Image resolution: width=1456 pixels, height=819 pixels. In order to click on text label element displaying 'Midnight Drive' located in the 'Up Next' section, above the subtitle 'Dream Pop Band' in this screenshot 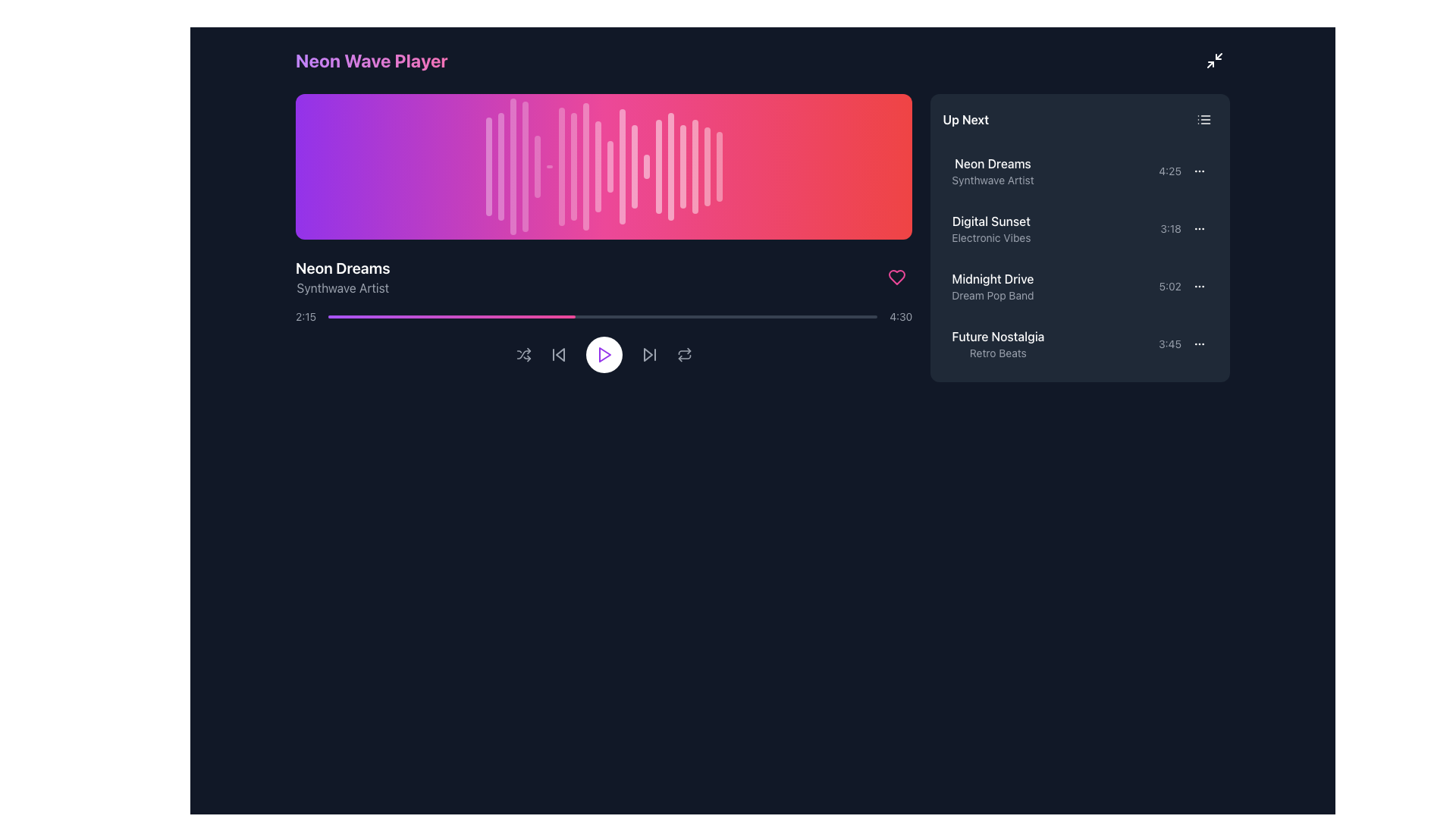, I will do `click(993, 278)`.